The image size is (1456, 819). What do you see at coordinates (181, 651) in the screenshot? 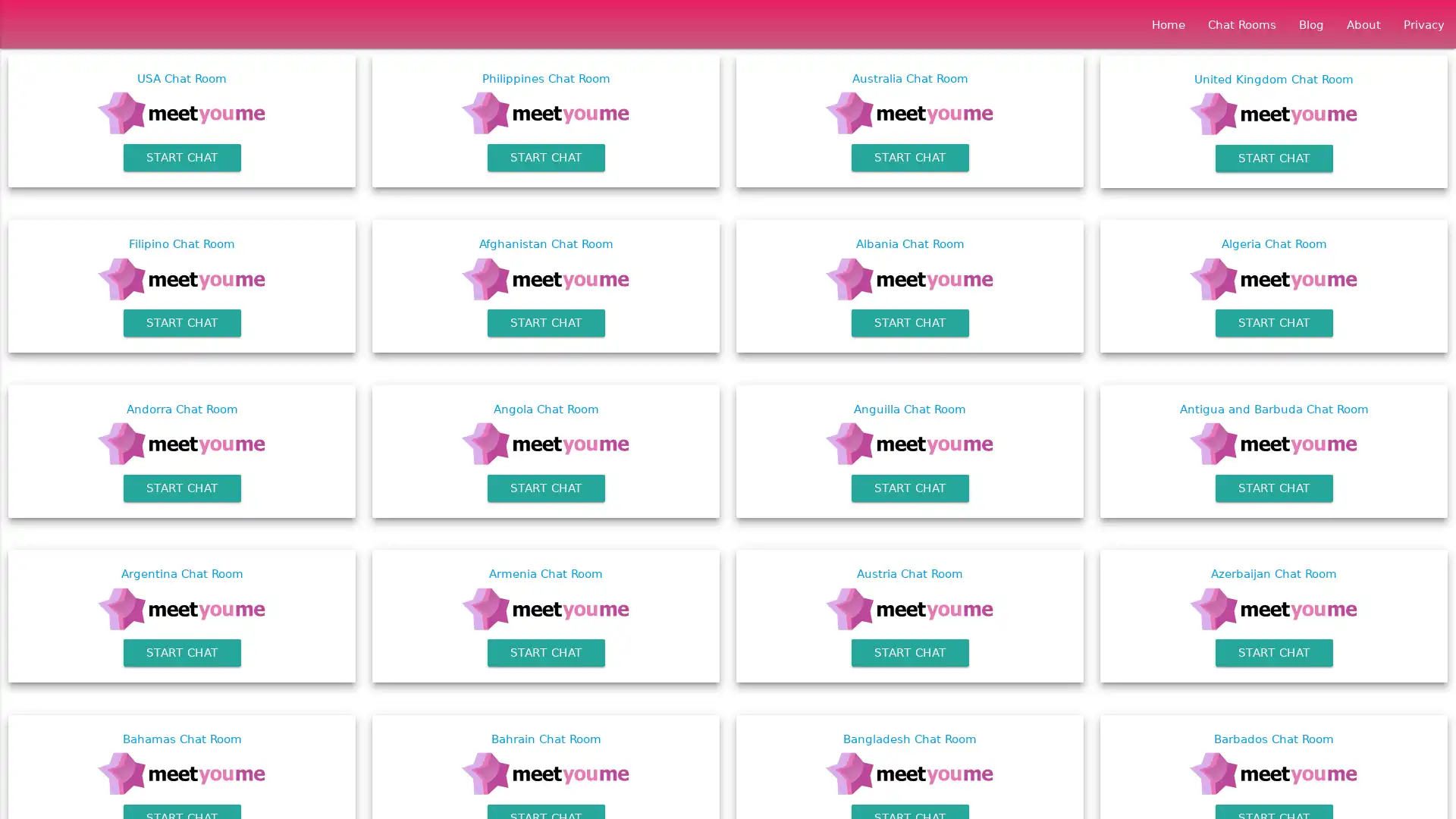
I see `START CHAT` at bounding box center [181, 651].